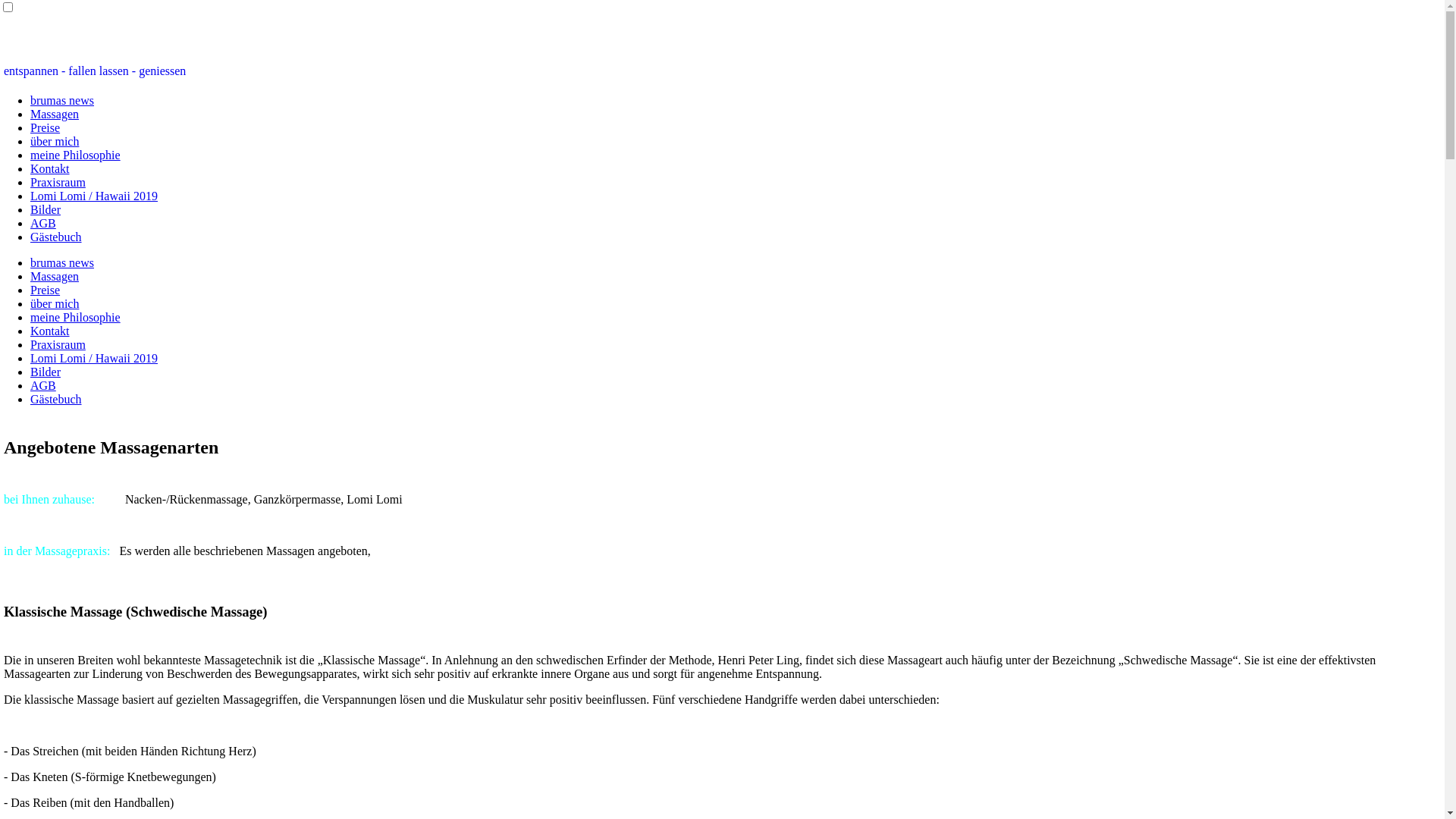 Image resolution: width=1456 pixels, height=819 pixels. I want to click on 'Bilder', so click(45, 372).